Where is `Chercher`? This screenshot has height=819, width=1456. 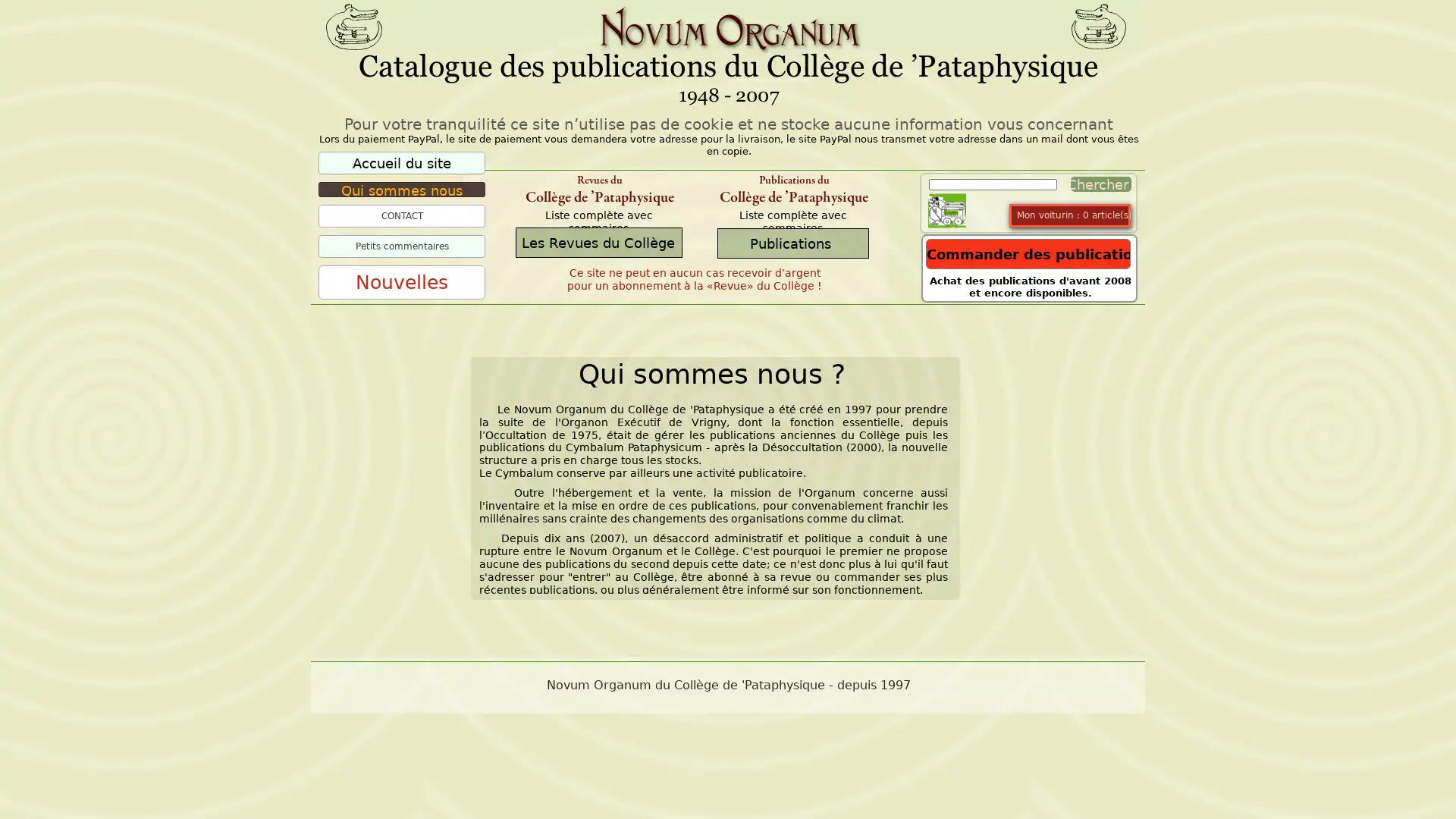 Chercher is located at coordinates (1097, 184).